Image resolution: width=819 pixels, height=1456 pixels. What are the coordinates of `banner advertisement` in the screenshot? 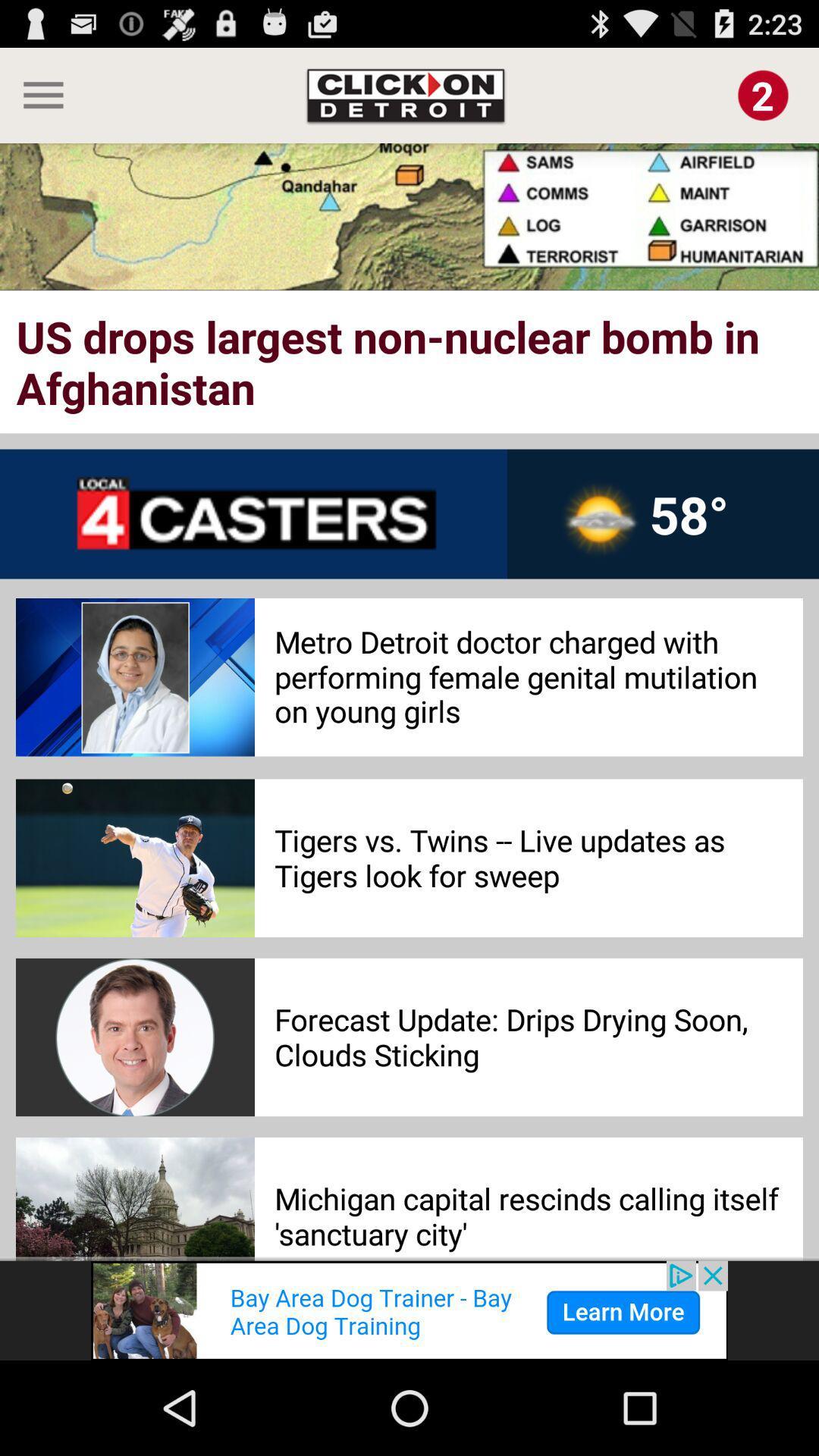 It's located at (409, 1310).